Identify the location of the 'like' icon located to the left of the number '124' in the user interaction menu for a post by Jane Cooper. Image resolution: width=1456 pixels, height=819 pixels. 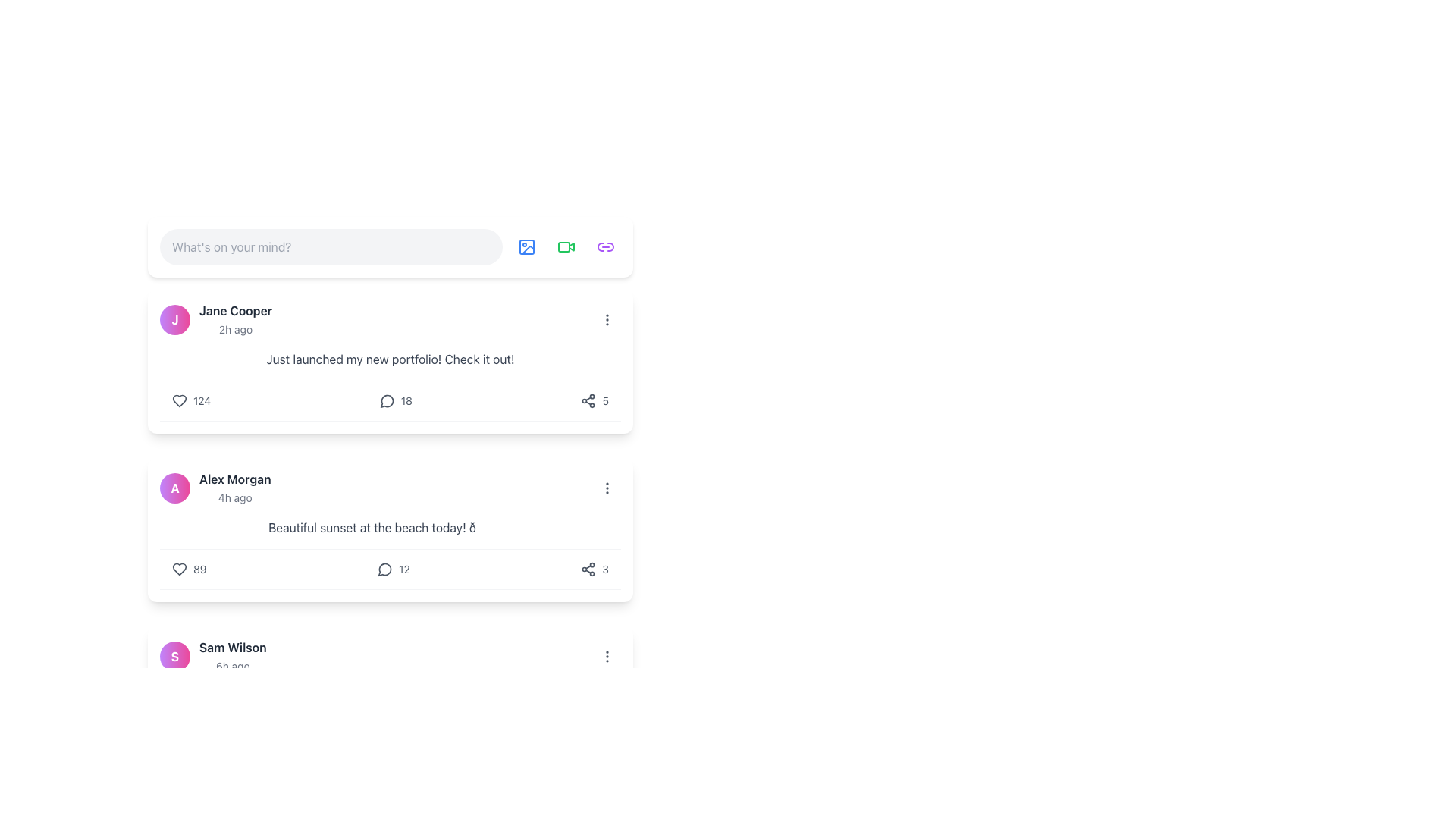
(179, 400).